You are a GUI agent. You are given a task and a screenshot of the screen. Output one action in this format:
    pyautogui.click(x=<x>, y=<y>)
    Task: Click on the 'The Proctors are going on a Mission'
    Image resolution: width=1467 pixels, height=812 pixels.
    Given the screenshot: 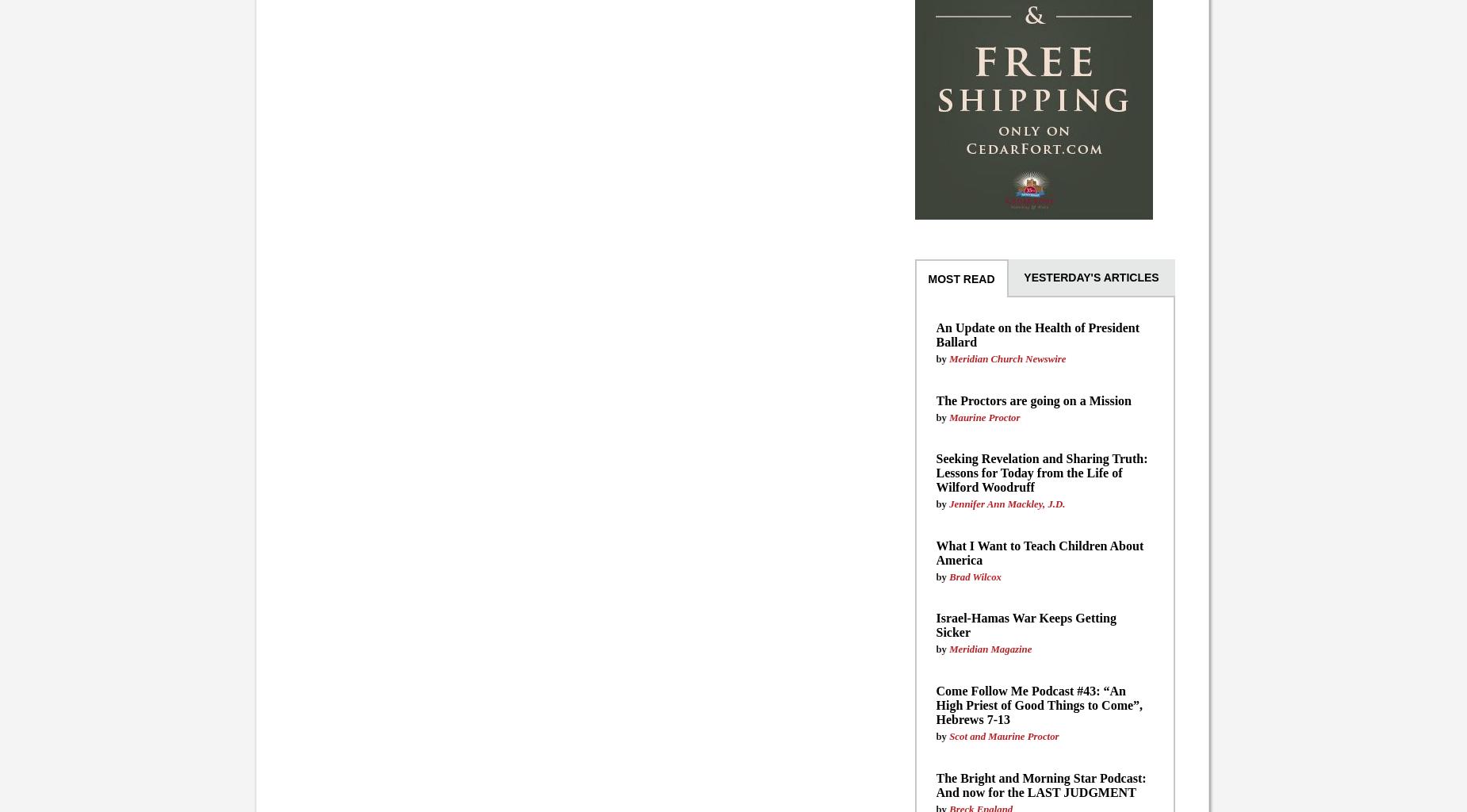 What is the action you would take?
    pyautogui.click(x=1032, y=399)
    